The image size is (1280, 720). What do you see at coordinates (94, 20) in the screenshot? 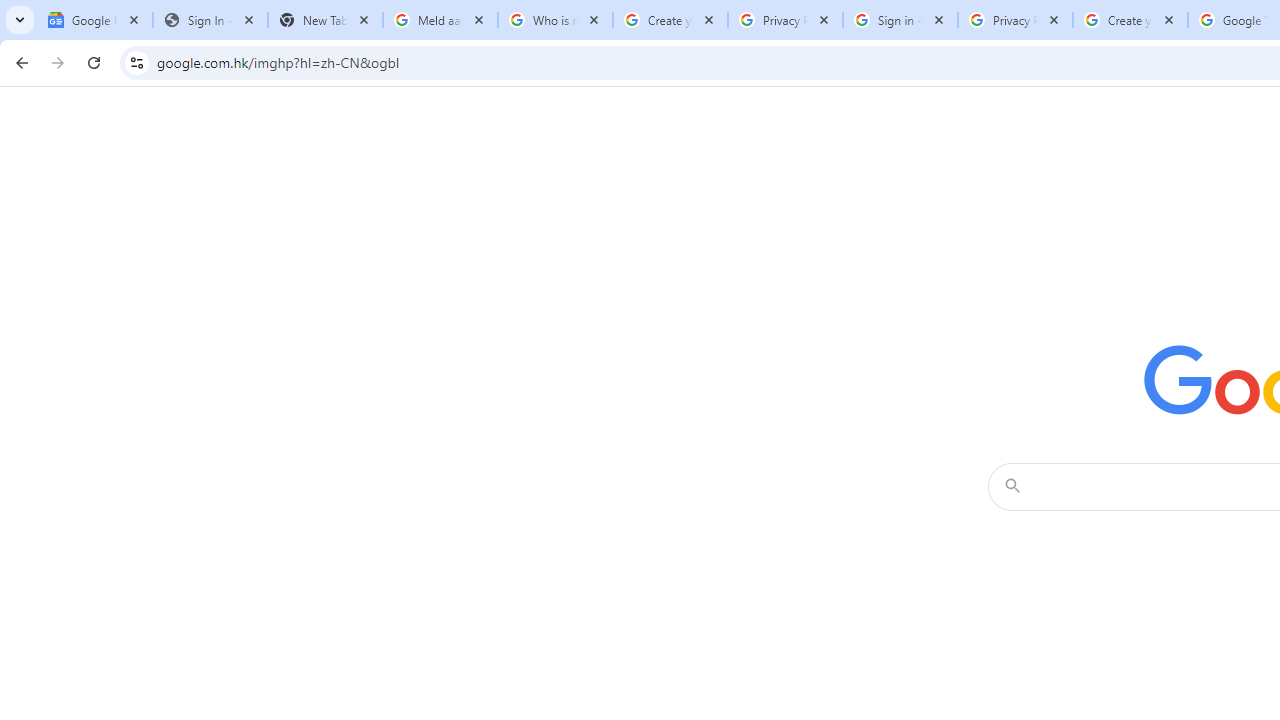
I see `'Google News'` at bounding box center [94, 20].